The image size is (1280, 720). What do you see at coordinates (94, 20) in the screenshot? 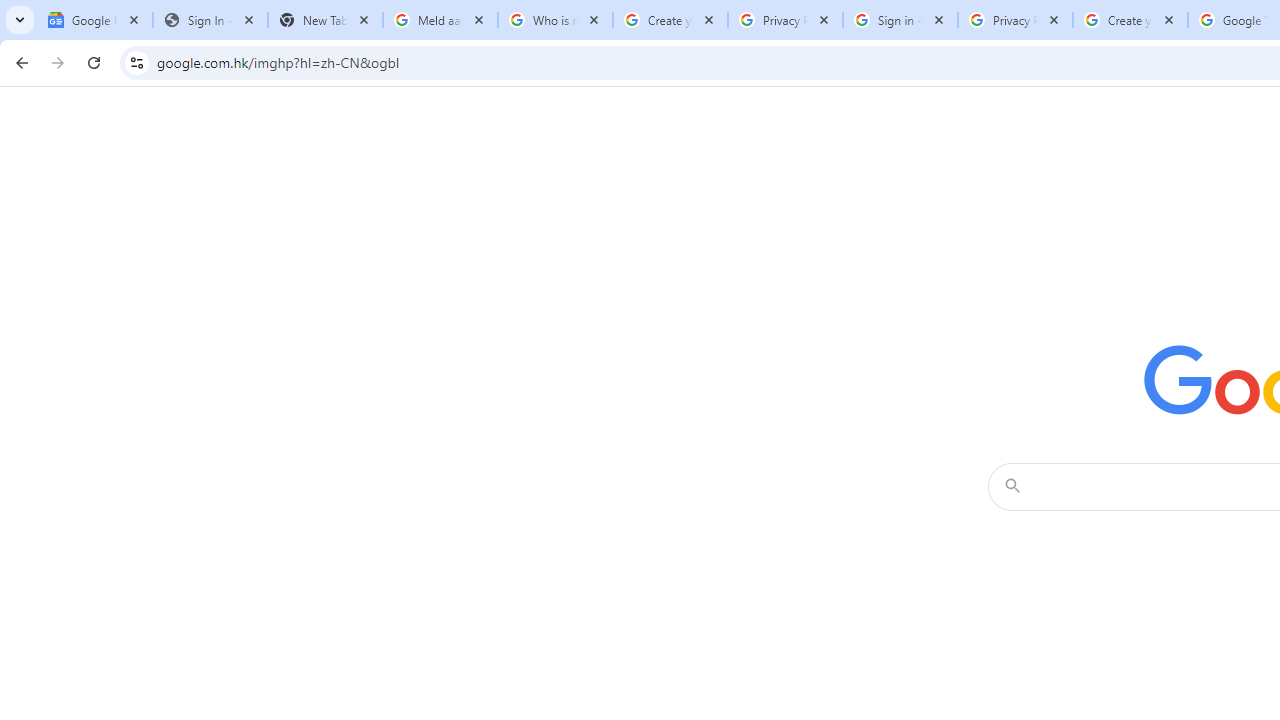
I see `'Google News'` at bounding box center [94, 20].